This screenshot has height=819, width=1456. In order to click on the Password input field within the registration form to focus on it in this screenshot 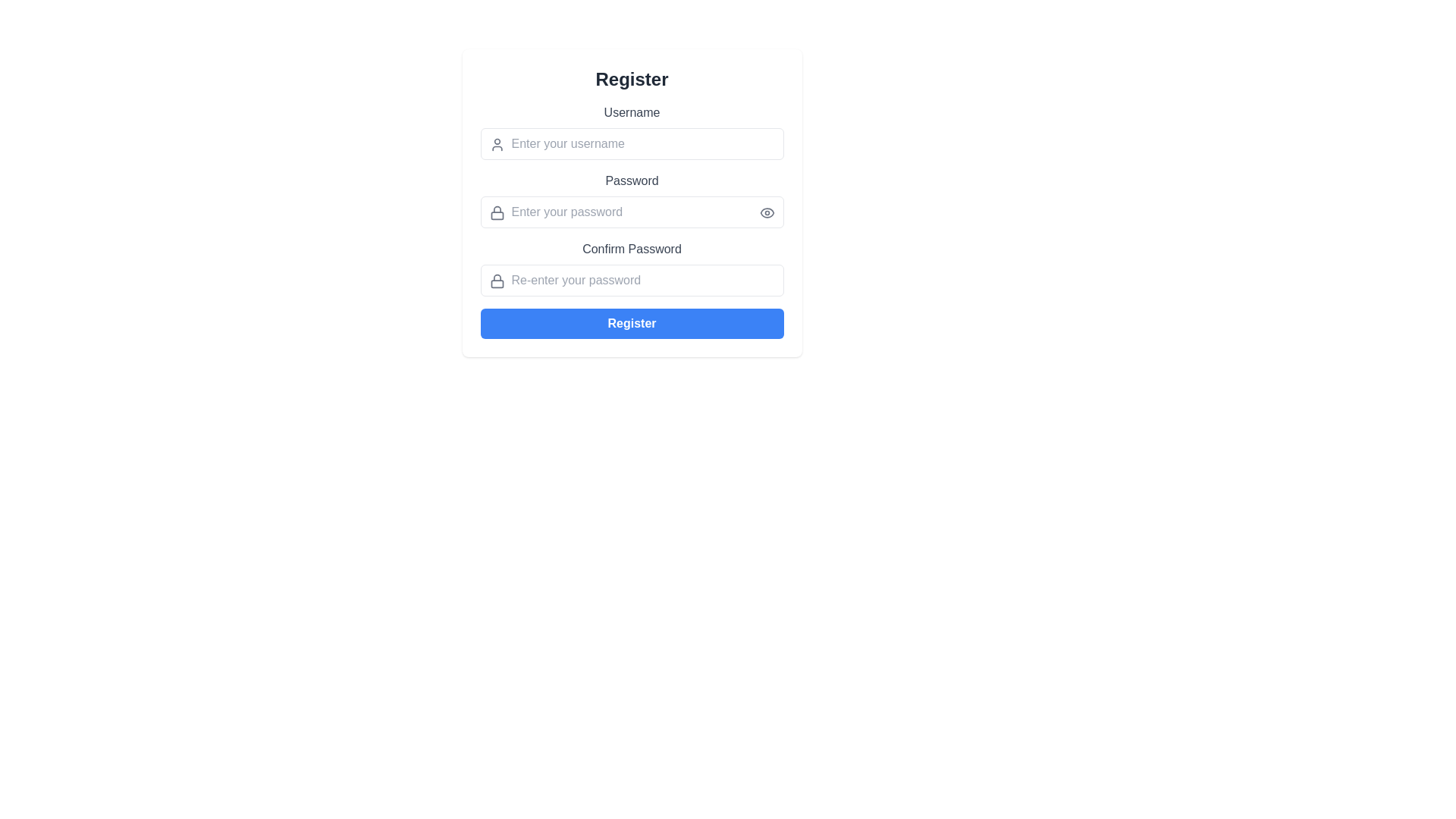, I will do `click(632, 199)`.